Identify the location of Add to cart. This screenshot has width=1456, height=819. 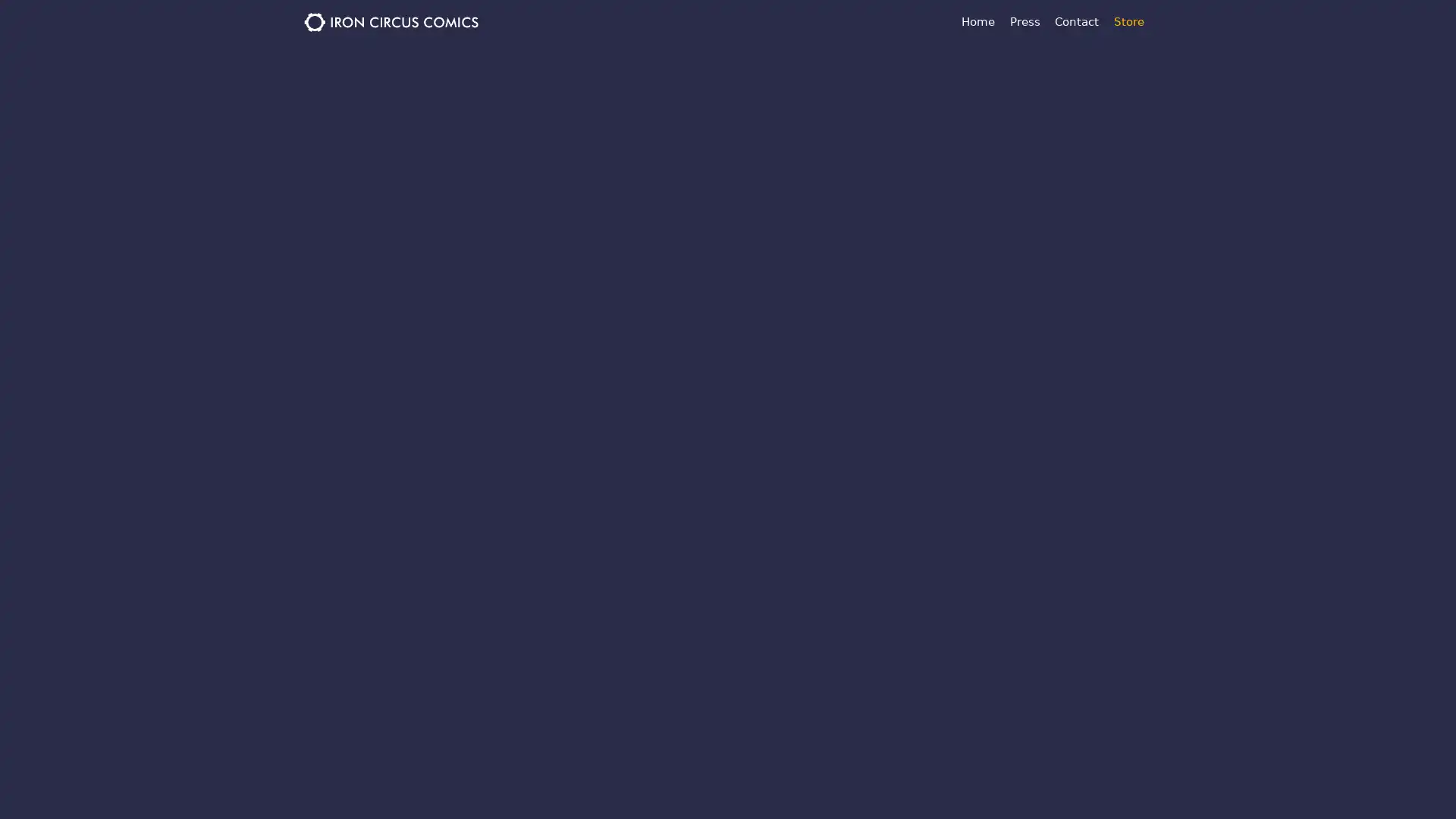
(680, 408).